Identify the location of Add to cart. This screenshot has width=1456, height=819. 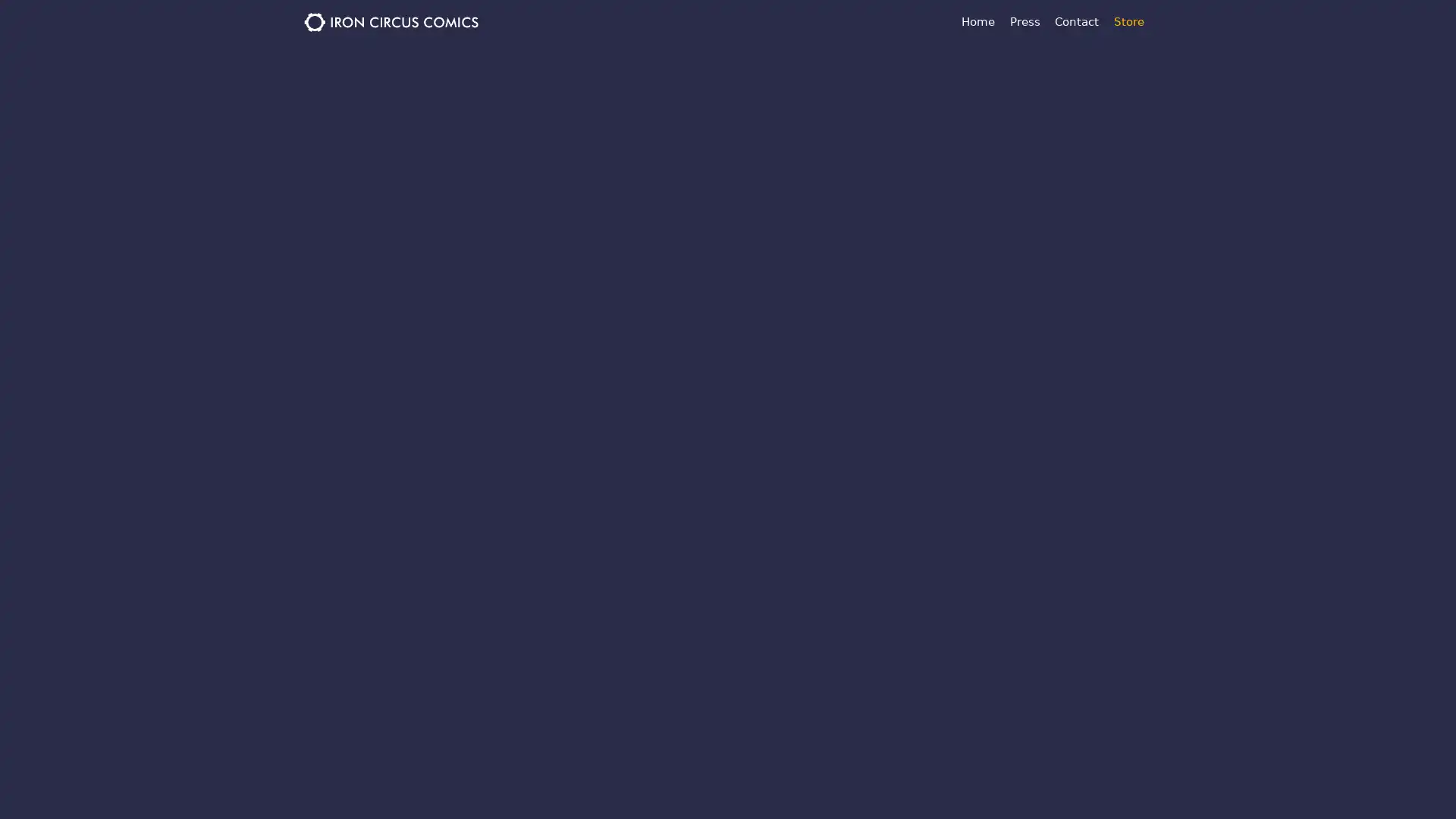
(680, 408).